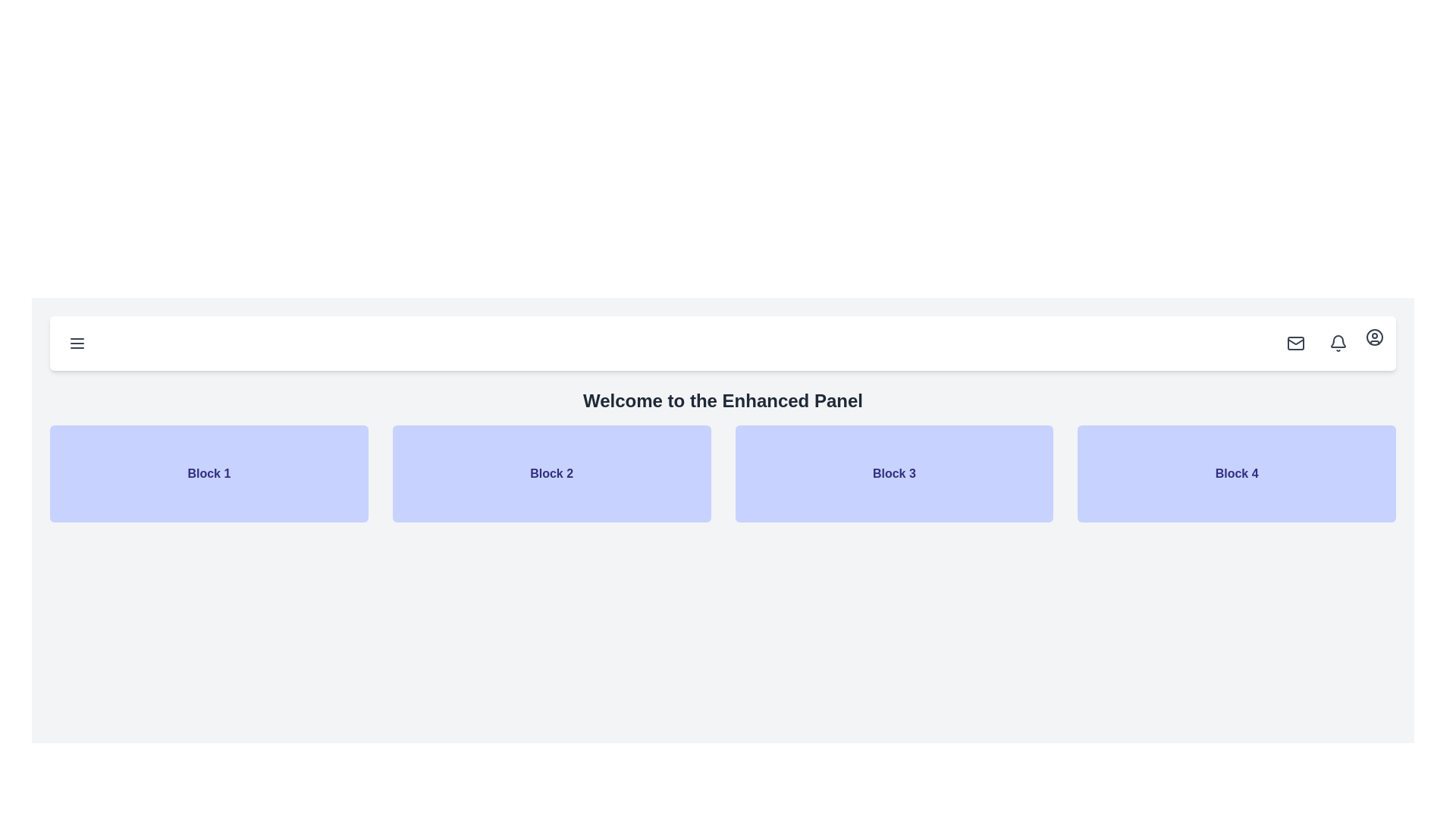 This screenshot has height=819, width=1456. I want to click on the hamburger menu icon located in the top left corner of the interface, so click(76, 343).